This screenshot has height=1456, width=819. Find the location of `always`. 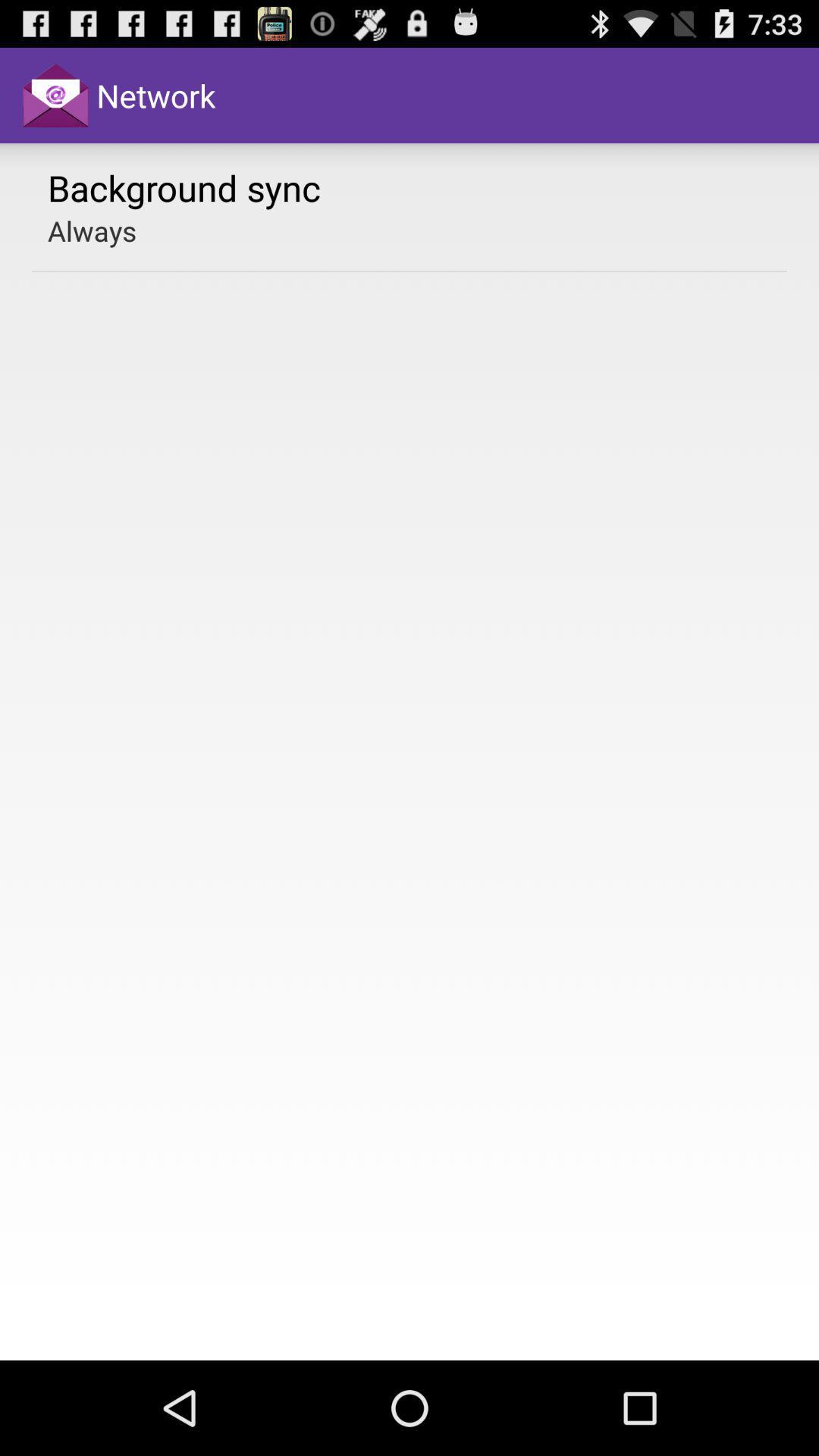

always is located at coordinates (92, 230).